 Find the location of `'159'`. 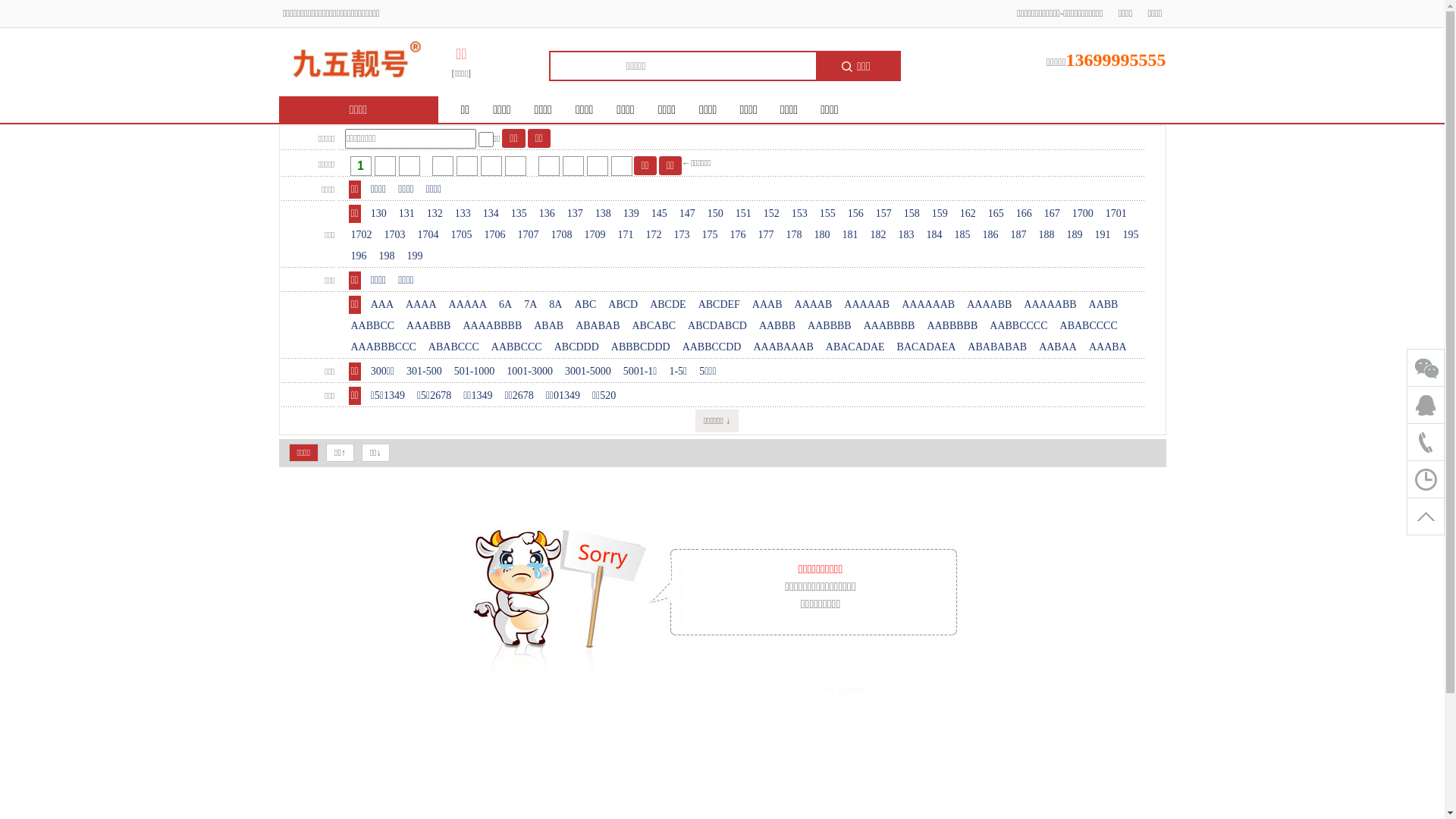

'159' is located at coordinates (928, 213).